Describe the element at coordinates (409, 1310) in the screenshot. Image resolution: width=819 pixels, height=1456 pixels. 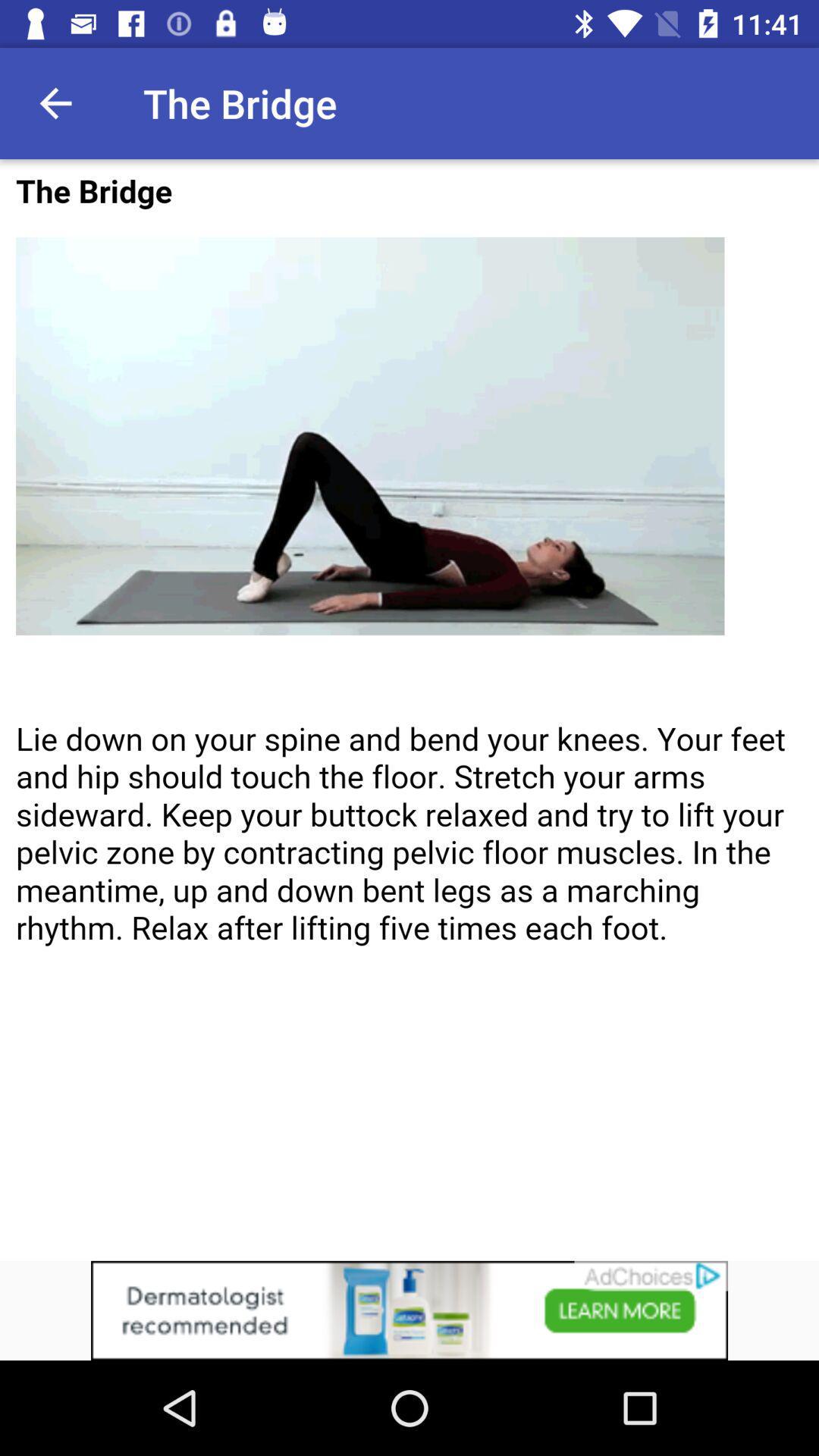
I see `advertisement` at that location.